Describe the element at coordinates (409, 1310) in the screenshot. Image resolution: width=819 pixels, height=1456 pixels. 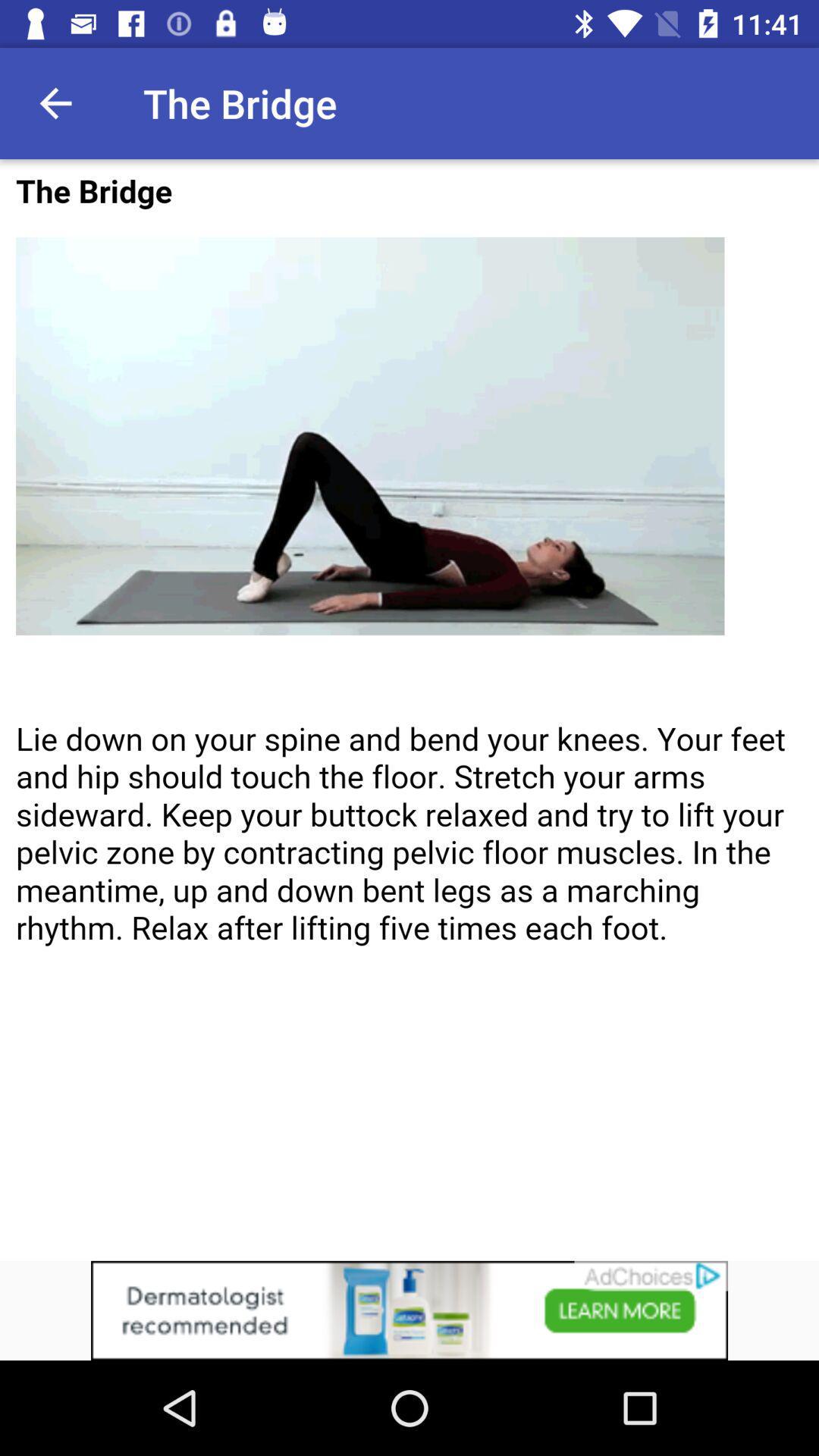
I see `advertisement` at that location.